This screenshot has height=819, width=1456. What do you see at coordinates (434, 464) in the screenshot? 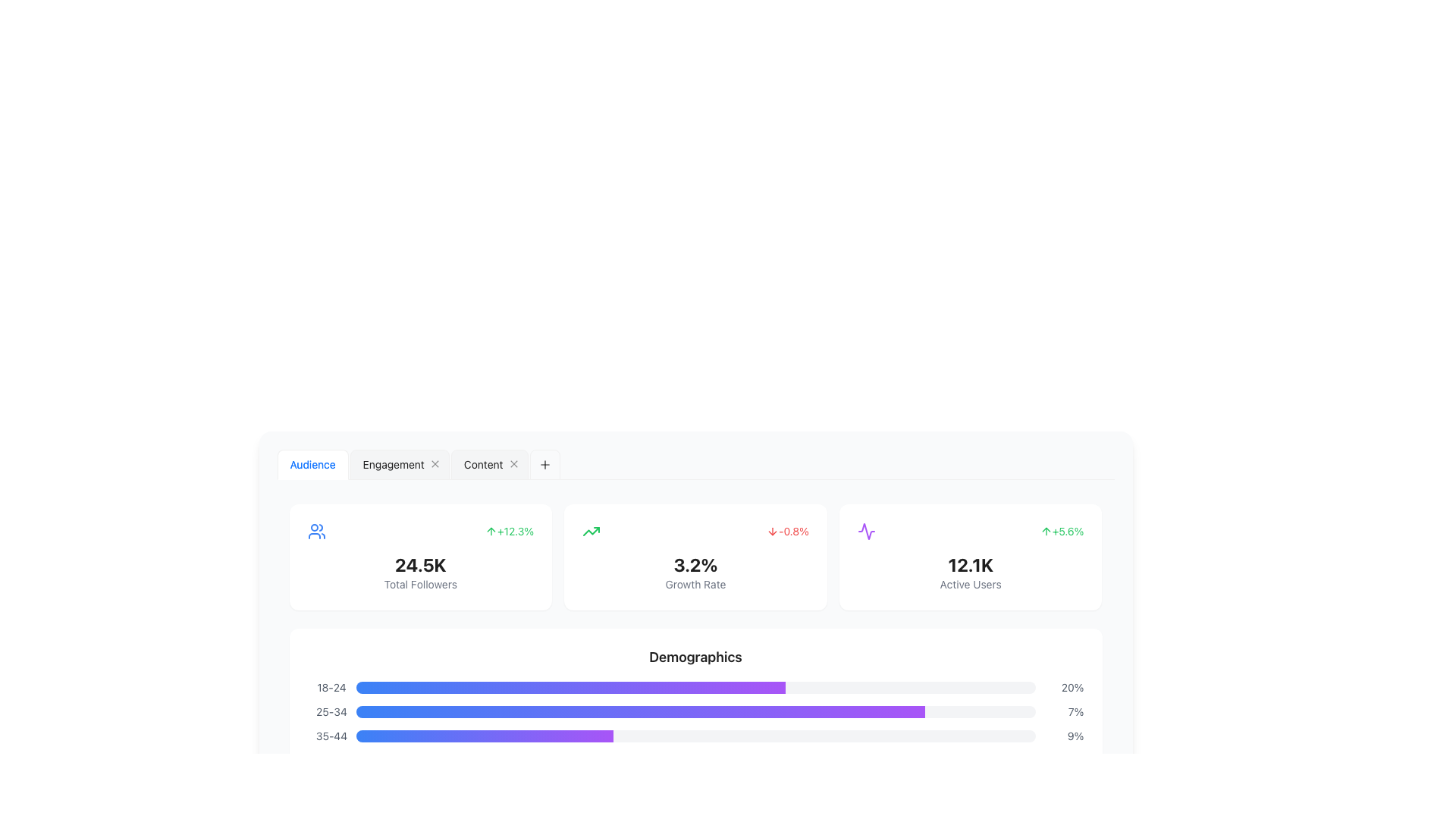
I see `the cross button located to the immediate right of the 'Engagement' tab` at bounding box center [434, 464].